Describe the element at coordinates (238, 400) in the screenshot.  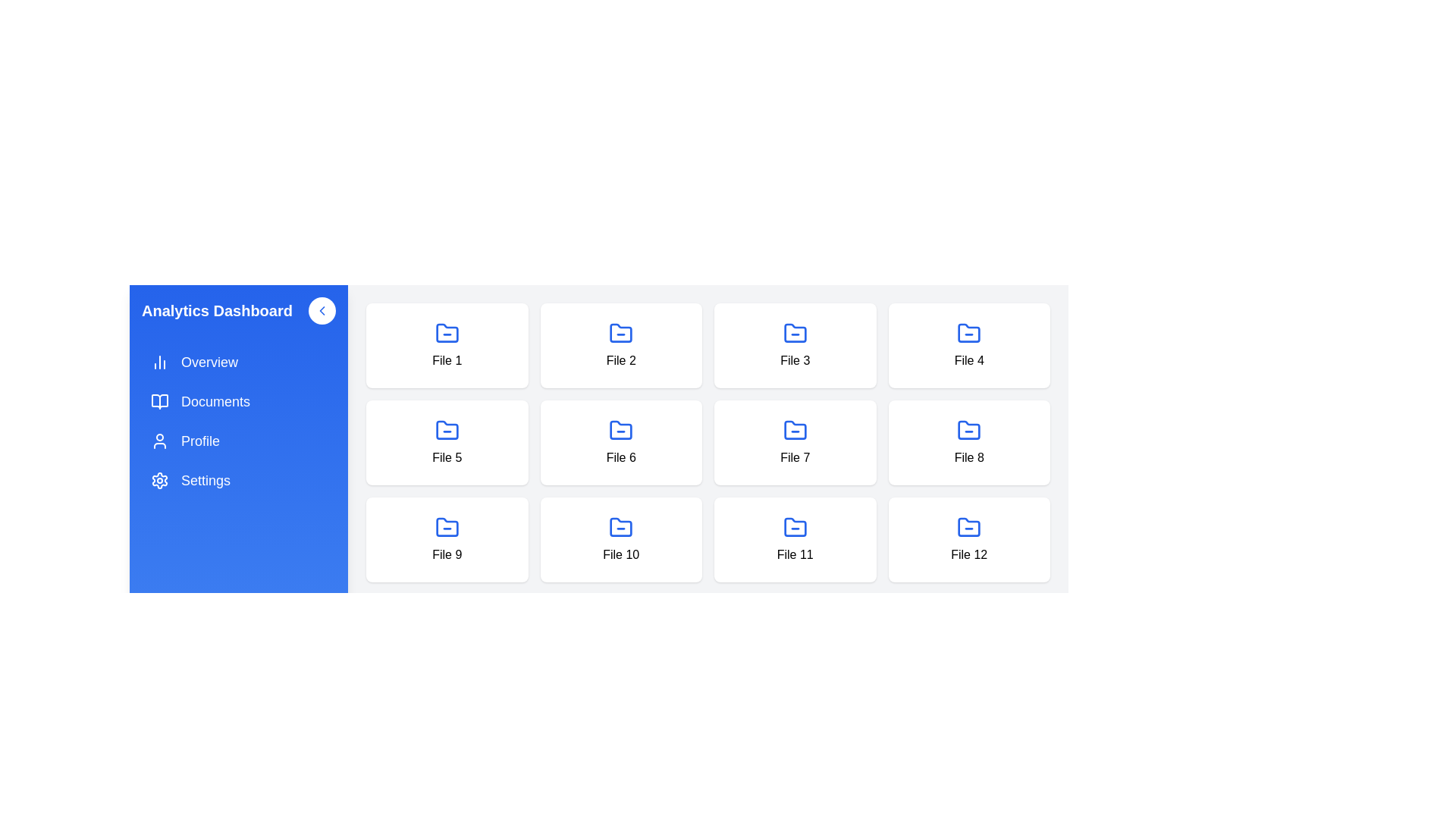
I see `the sidebar item Documents to observe interaction feedback` at that location.